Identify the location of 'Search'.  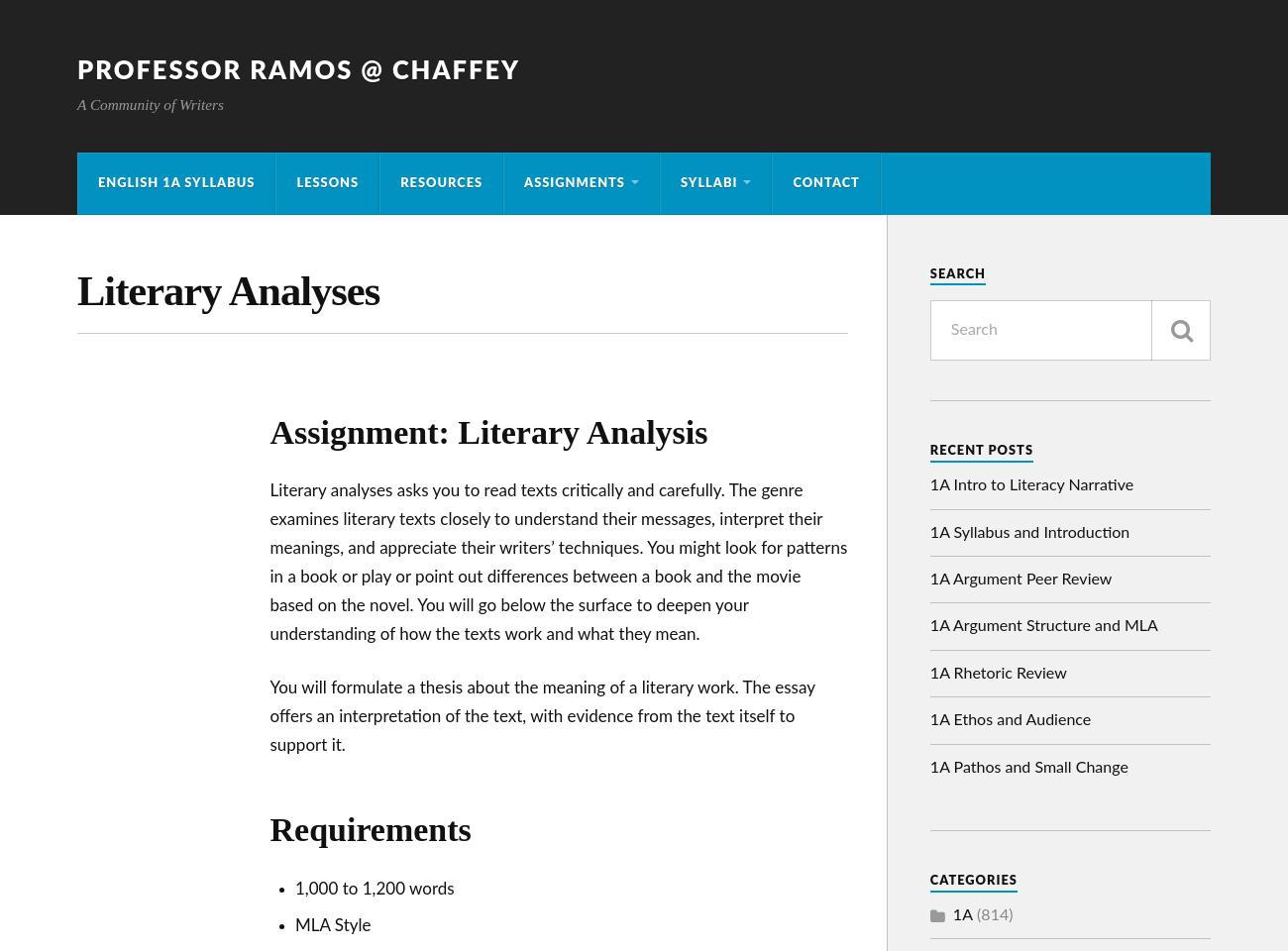
(957, 272).